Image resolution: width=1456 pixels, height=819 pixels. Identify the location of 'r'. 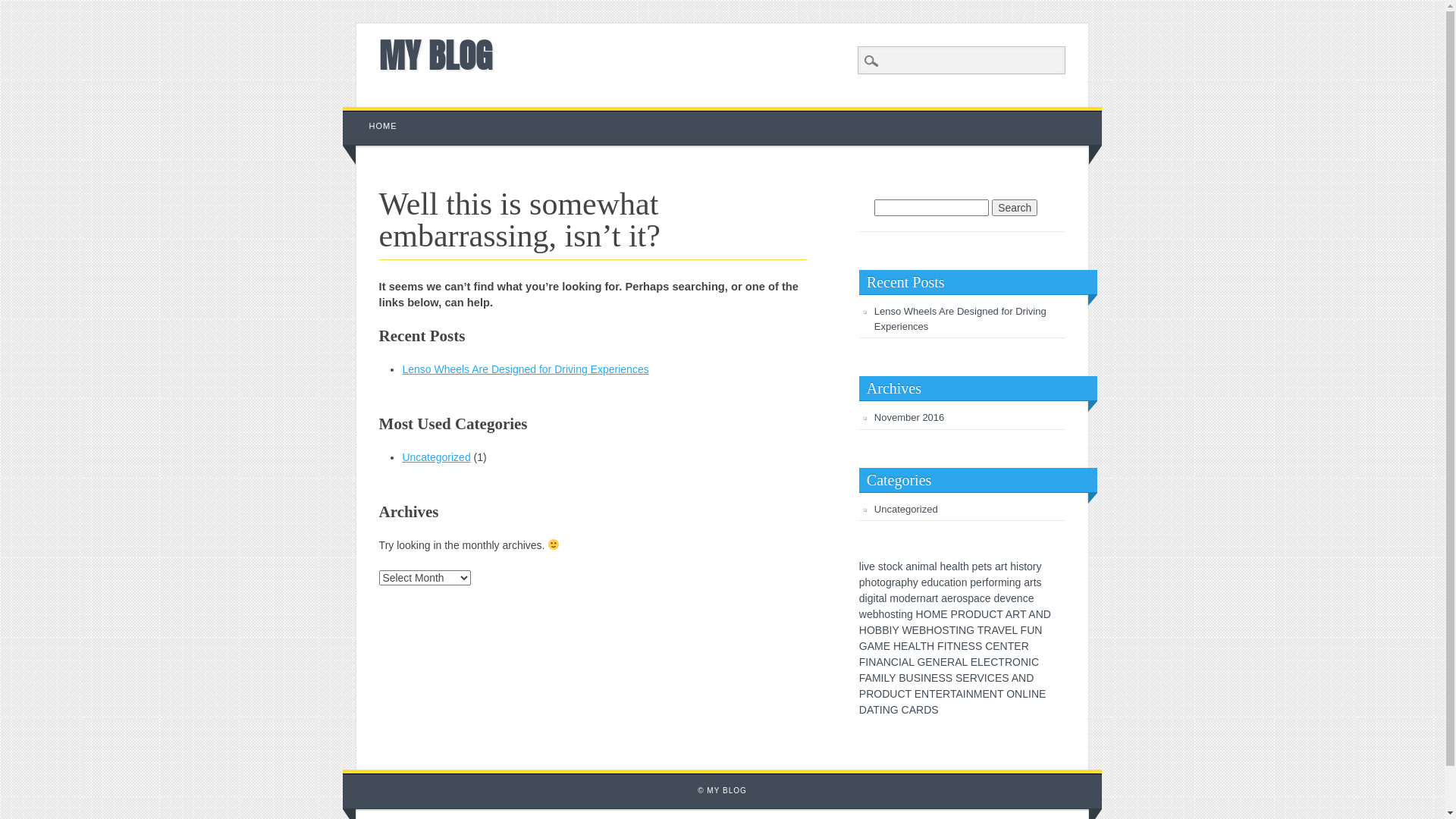
(893, 581).